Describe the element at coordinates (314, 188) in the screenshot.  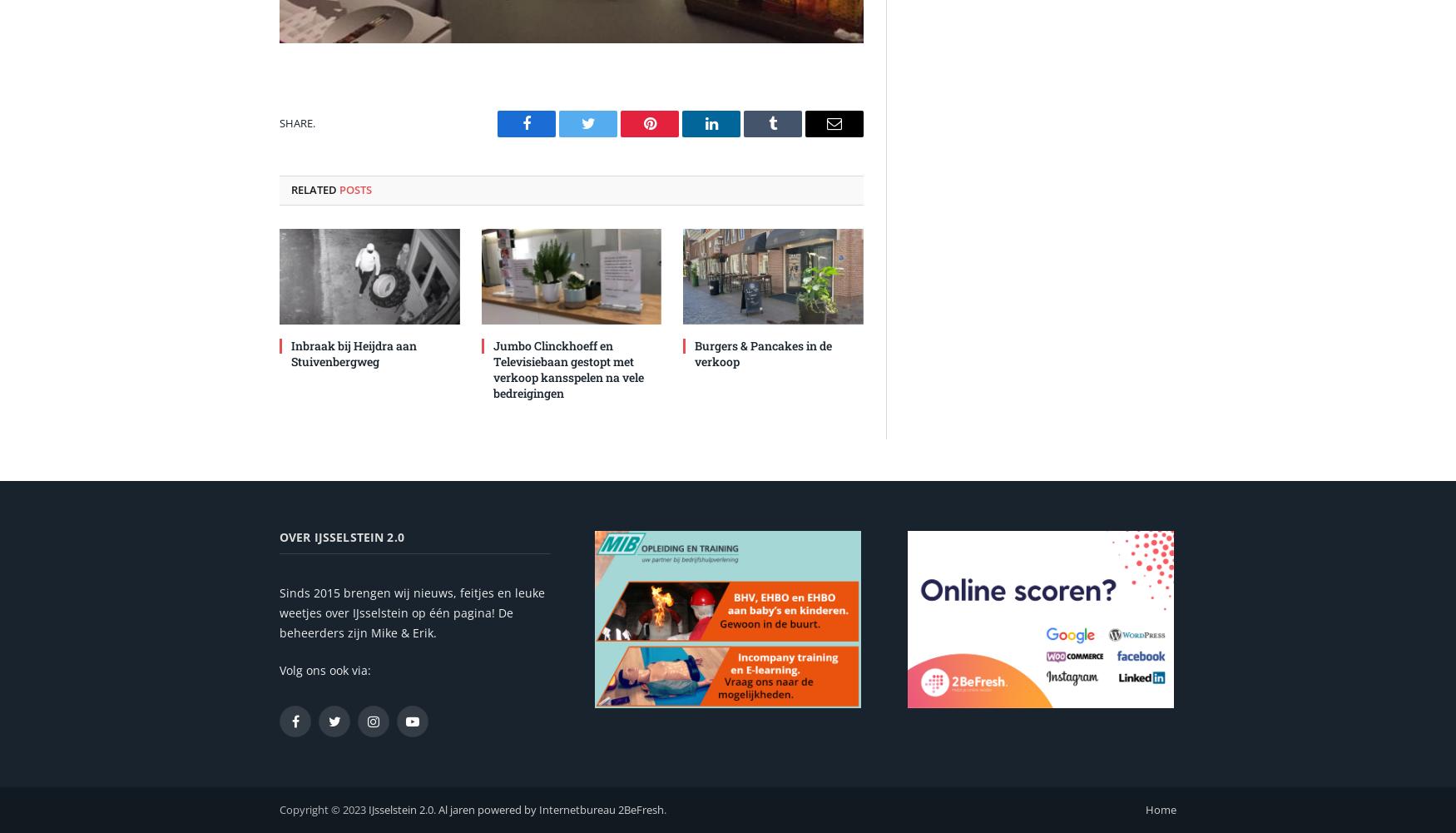
I see `'Related'` at that location.